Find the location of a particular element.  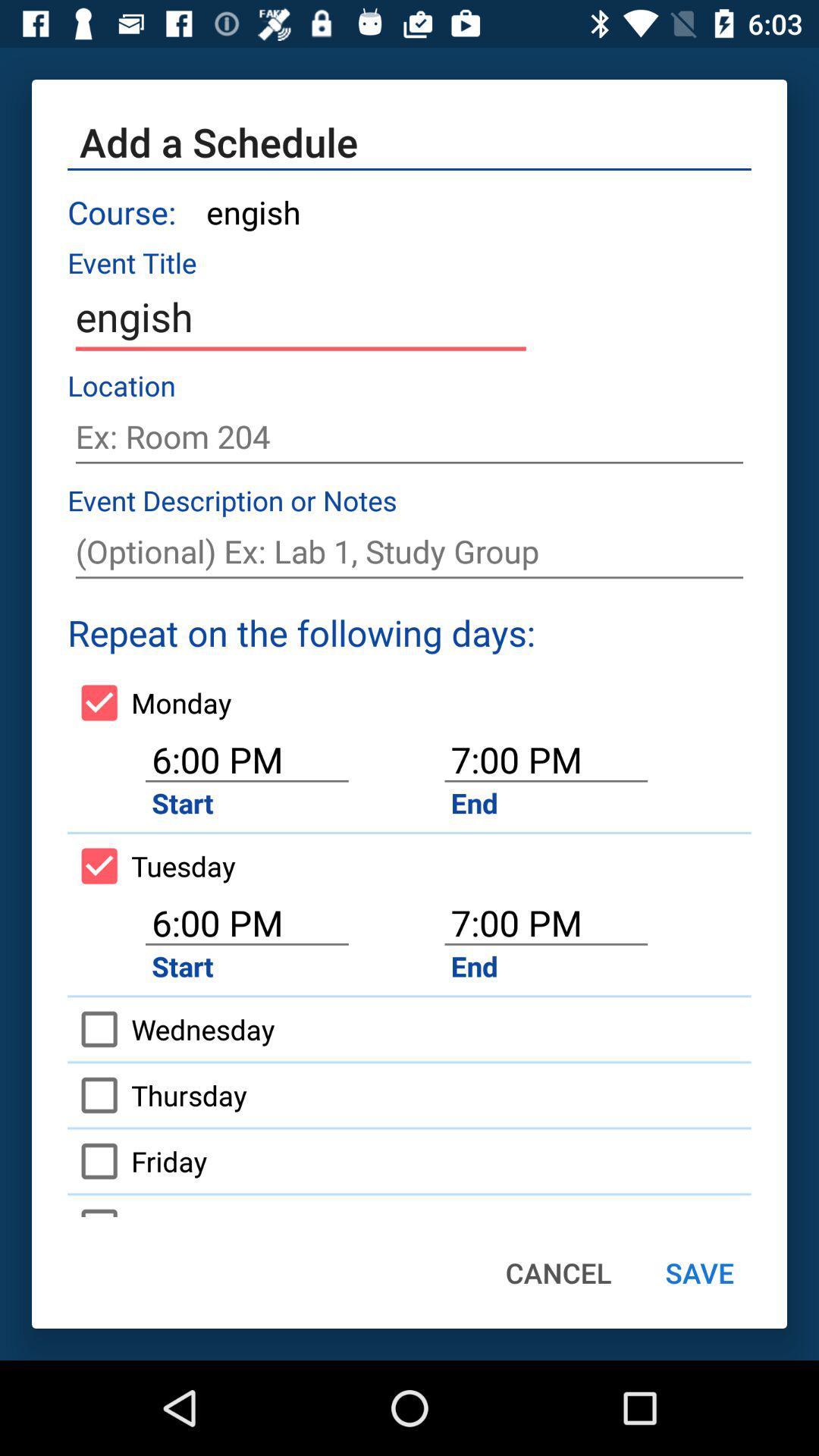

monday is located at coordinates (149, 701).